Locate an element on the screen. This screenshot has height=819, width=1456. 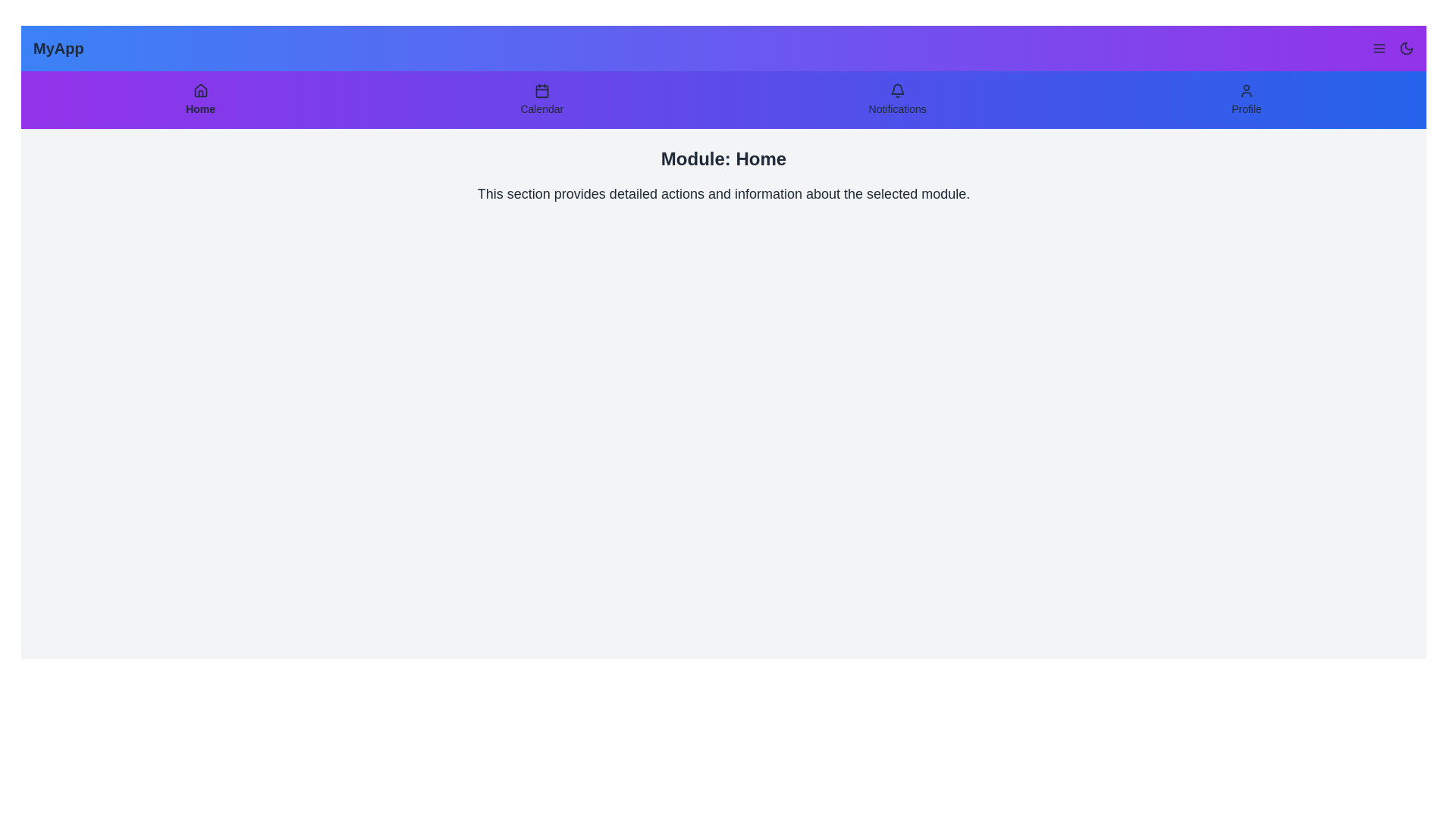
the Home tab in the navigation bar is located at coordinates (199, 99).